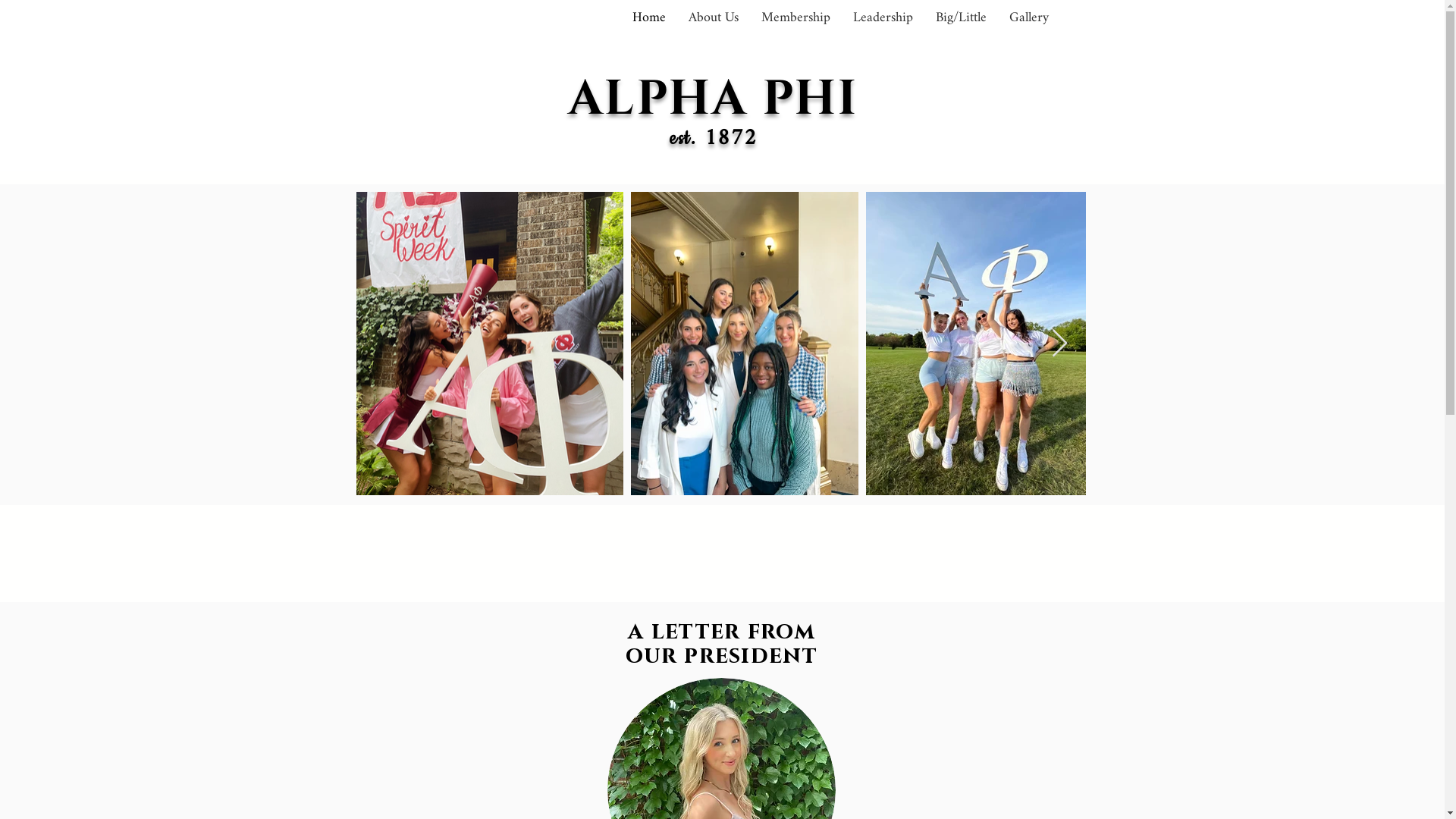 This screenshot has height=819, width=1456. What do you see at coordinates (712, 17) in the screenshot?
I see `'About Us'` at bounding box center [712, 17].